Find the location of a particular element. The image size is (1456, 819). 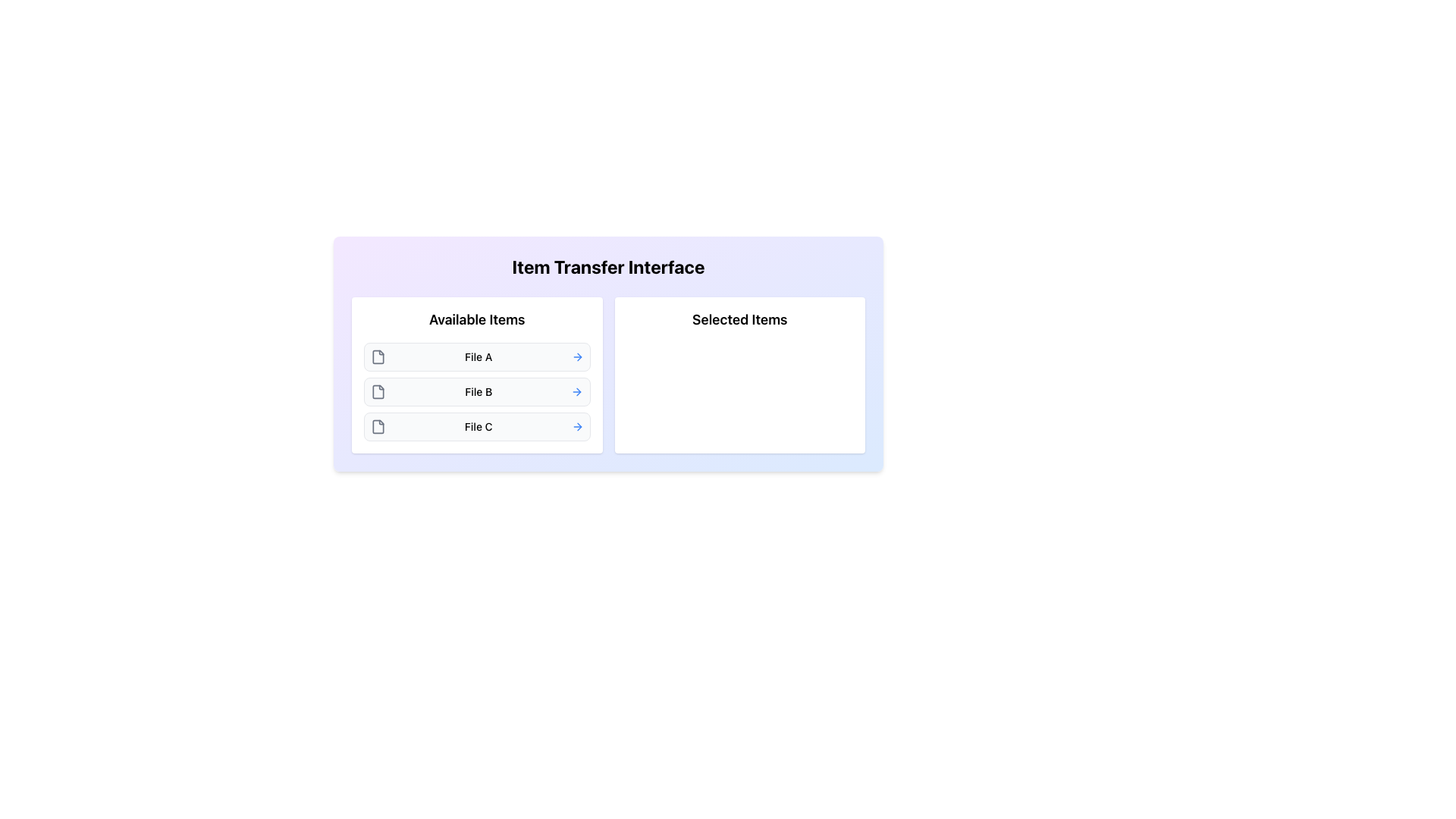

text label 'File A' located in the second row of the 'Available Items' list, positioned between a file icon and a blue directional arrow is located at coordinates (478, 356).